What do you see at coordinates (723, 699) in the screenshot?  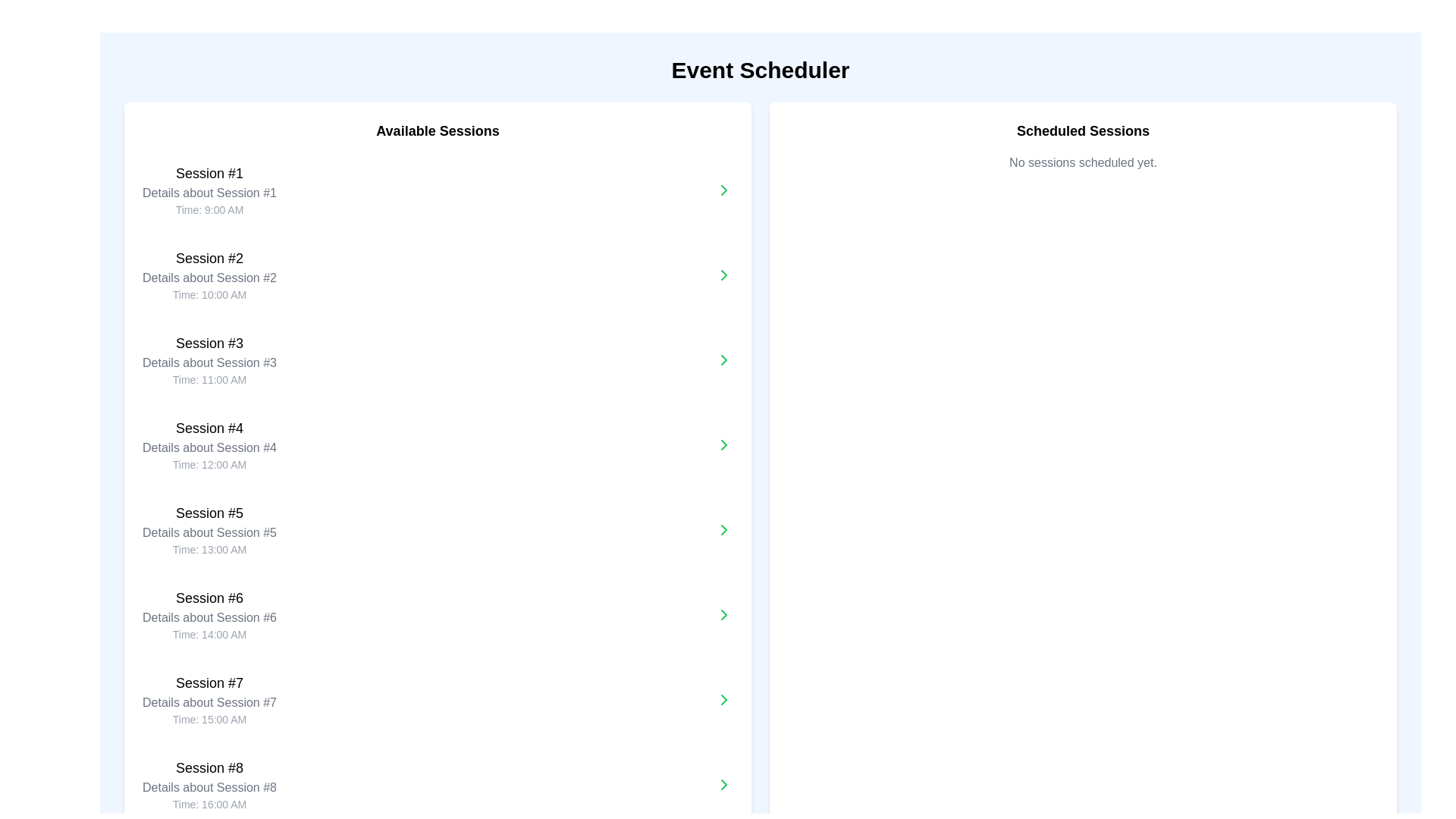 I see `the rightward chevron navigation icon associated with 'Session #7'` at bounding box center [723, 699].